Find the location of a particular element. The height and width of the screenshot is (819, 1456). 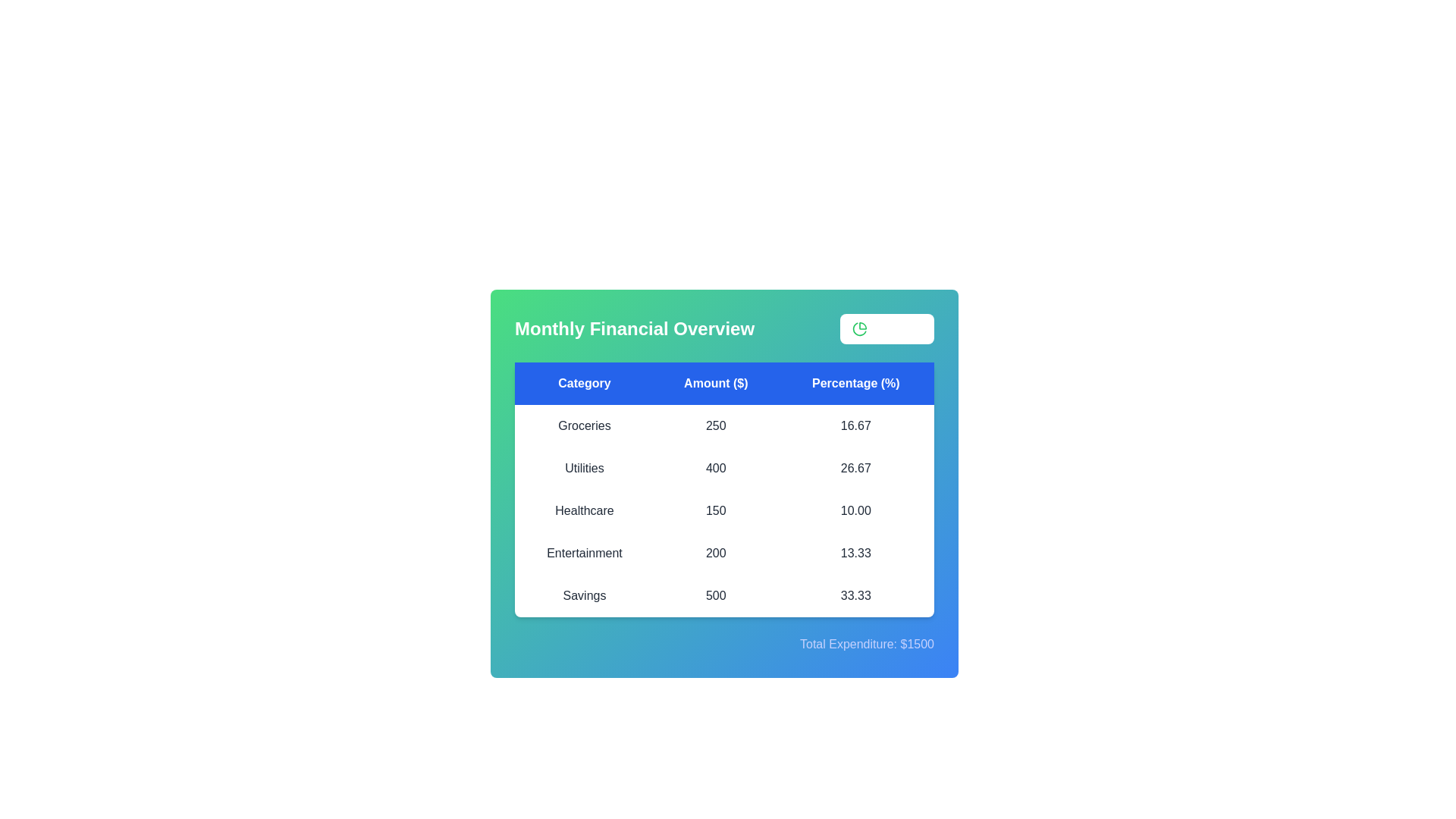

the percentage value for the category Healthcare is located at coordinates (855, 511).